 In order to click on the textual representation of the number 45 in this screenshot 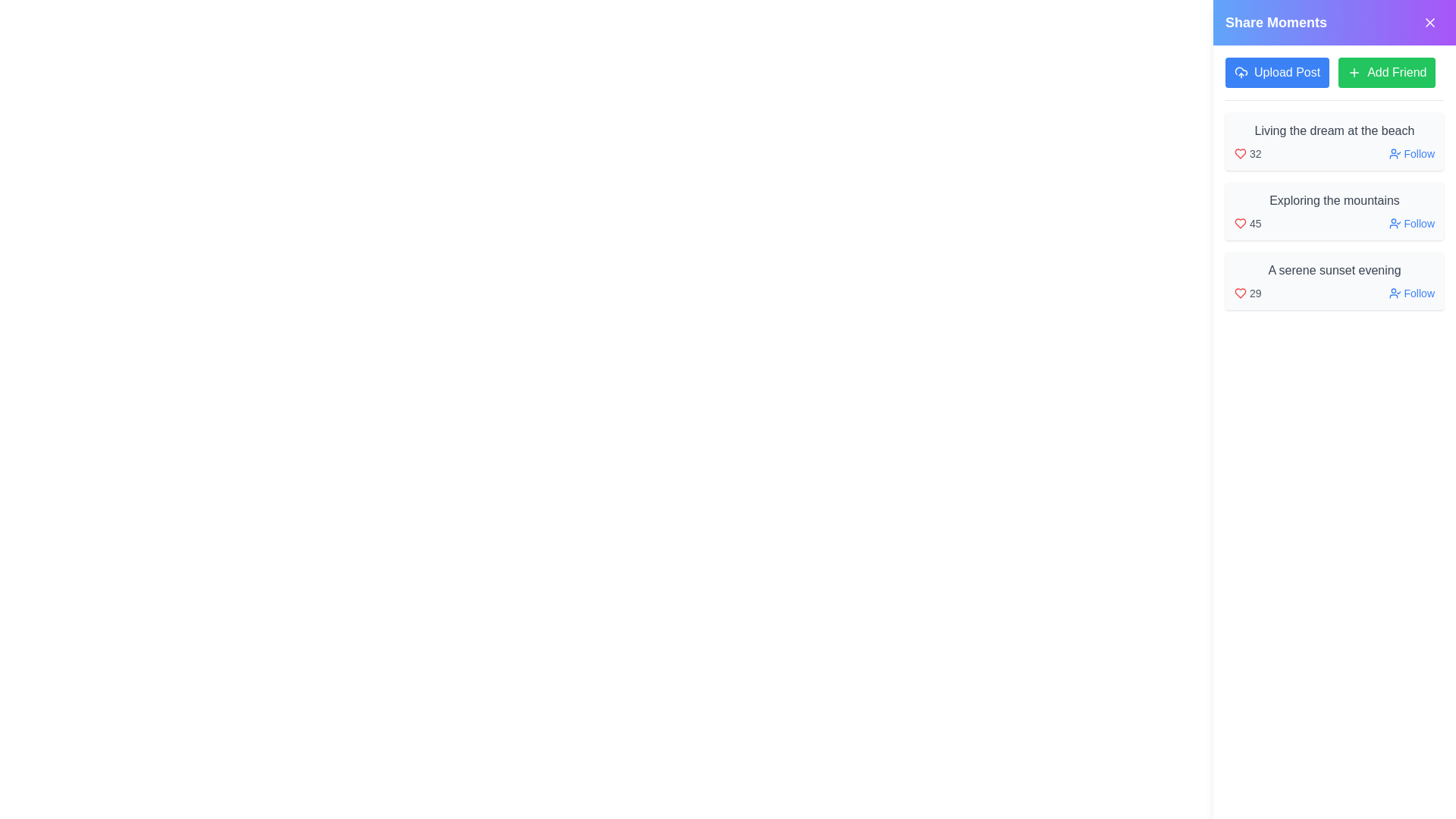, I will do `click(1247, 223)`.